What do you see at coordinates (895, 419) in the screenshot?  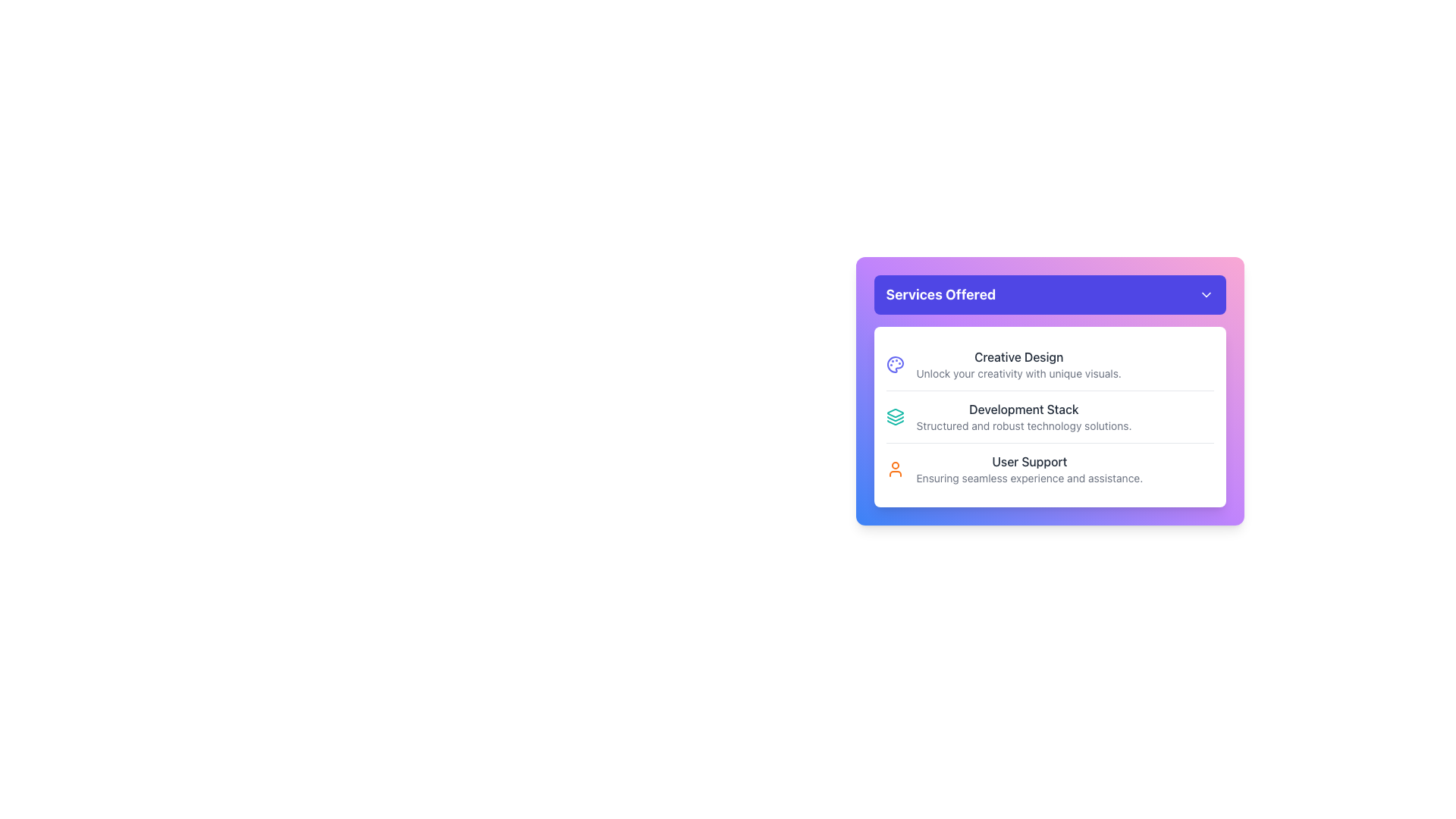 I see `the second graphical vector layer element, which features teal outlines and is part of a modern, minimalist icon set, located near the top of the 'Services Offered' panel` at bounding box center [895, 419].